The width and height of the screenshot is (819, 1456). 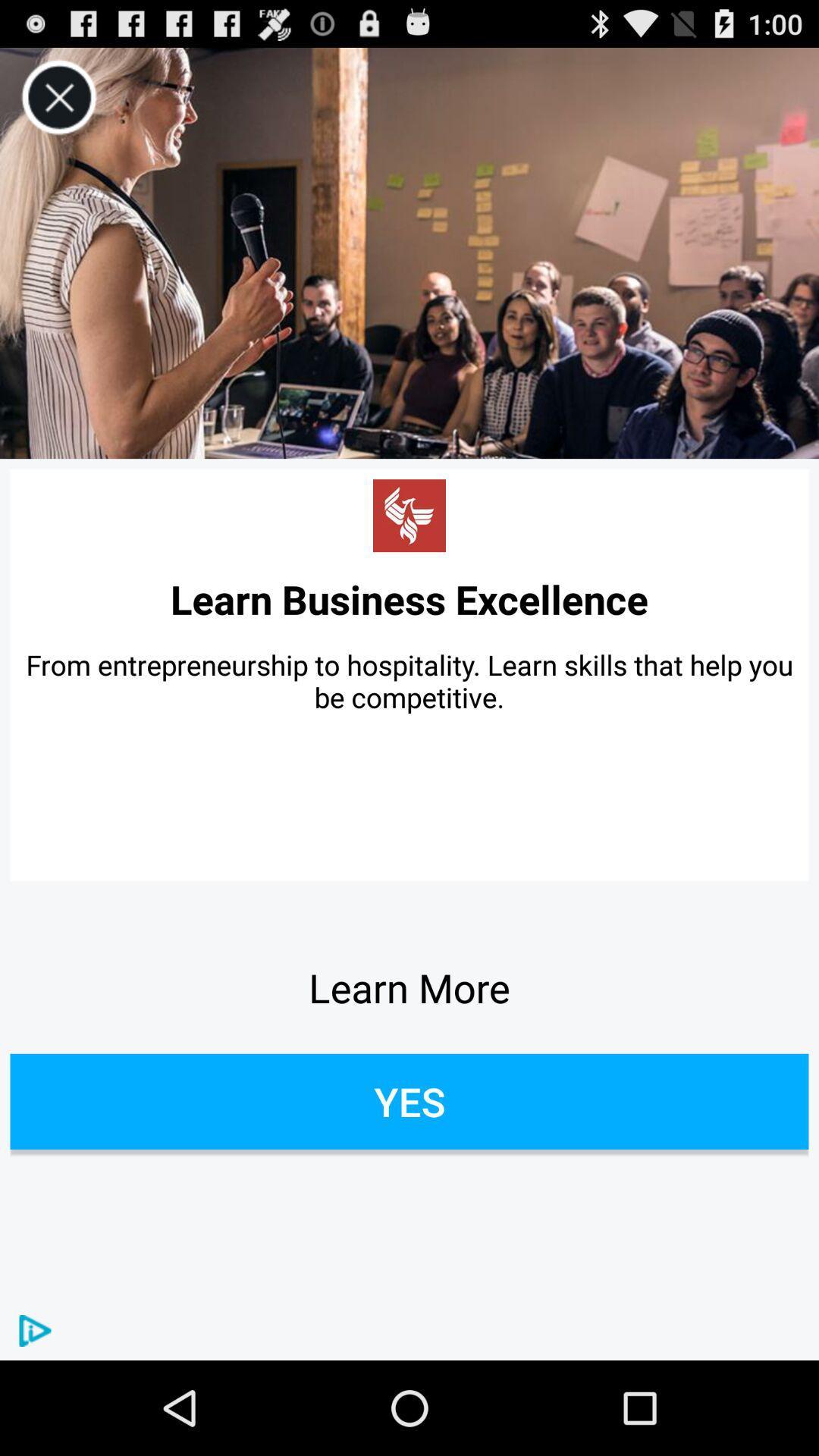 I want to click on the arrow_backward icon, so click(x=409, y=551).